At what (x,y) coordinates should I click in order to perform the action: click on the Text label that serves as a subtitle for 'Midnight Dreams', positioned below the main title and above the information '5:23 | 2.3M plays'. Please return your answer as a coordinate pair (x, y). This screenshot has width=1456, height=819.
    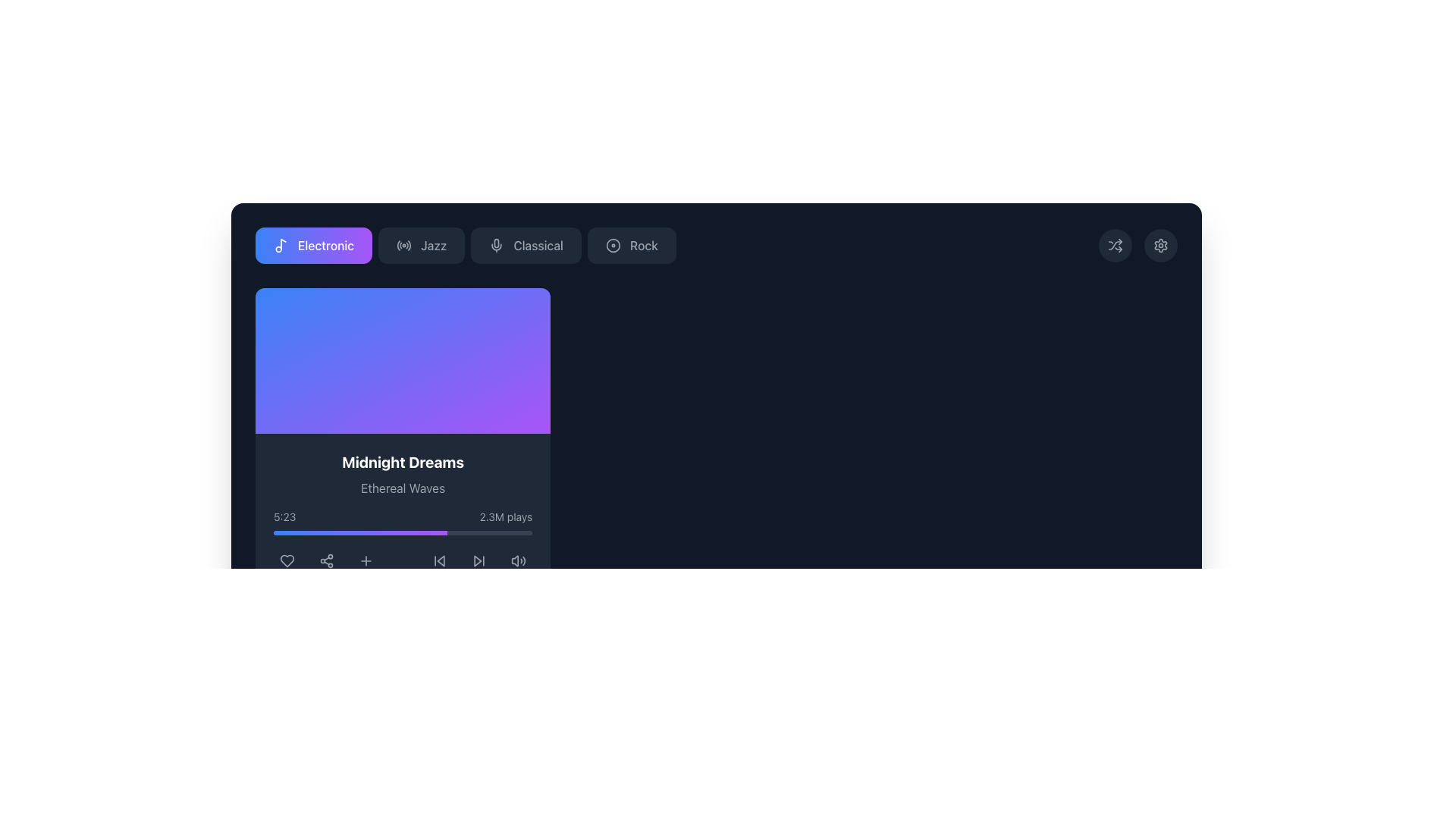
    Looking at the image, I should click on (403, 488).